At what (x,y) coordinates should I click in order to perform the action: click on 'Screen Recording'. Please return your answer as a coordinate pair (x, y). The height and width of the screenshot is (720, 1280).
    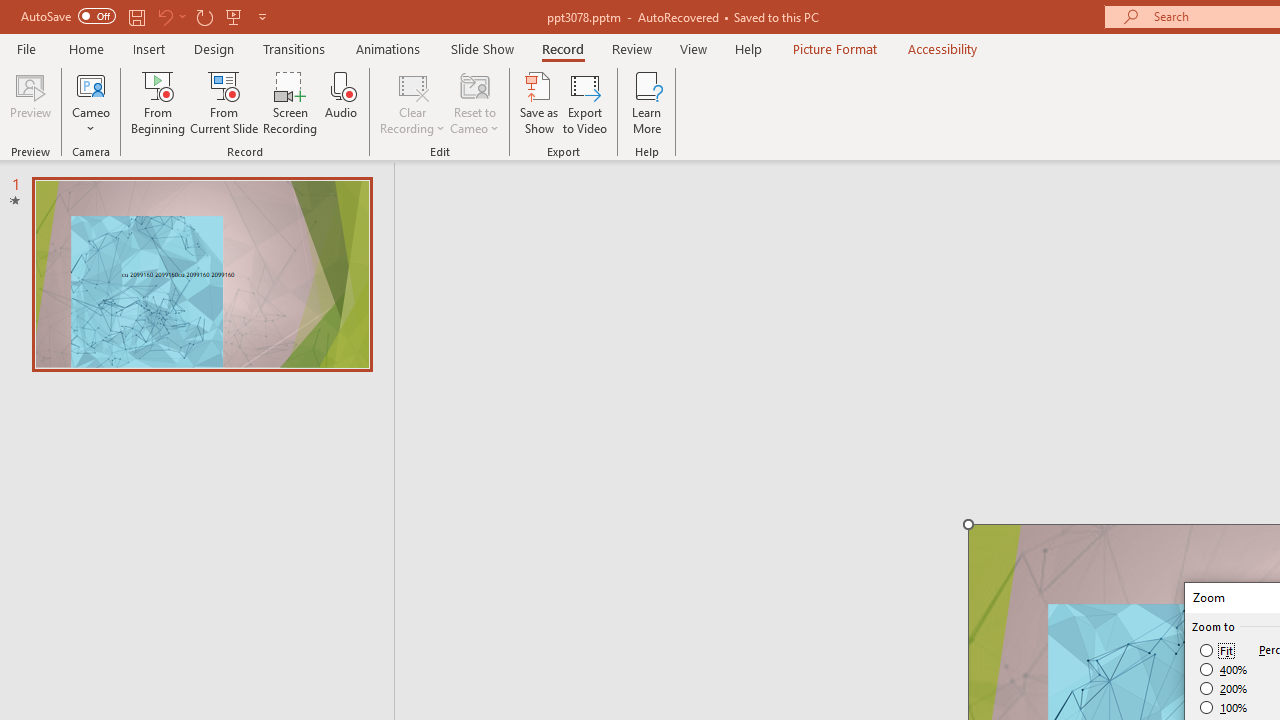
    Looking at the image, I should click on (289, 103).